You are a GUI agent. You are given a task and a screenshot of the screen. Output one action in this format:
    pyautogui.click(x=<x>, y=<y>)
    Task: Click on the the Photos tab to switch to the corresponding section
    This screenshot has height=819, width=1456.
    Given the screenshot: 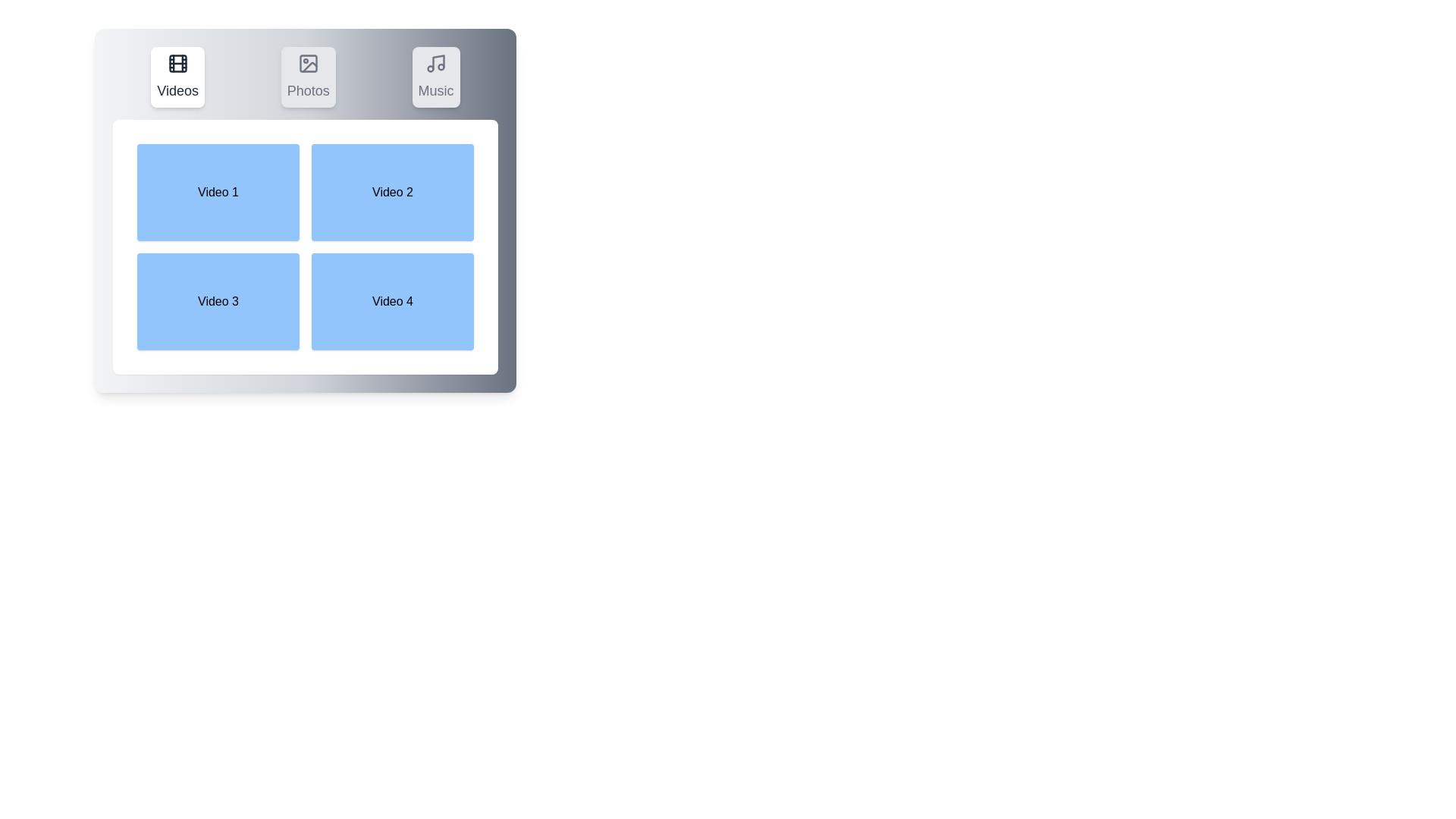 What is the action you would take?
    pyautogui.click(x=307, y=77)
    